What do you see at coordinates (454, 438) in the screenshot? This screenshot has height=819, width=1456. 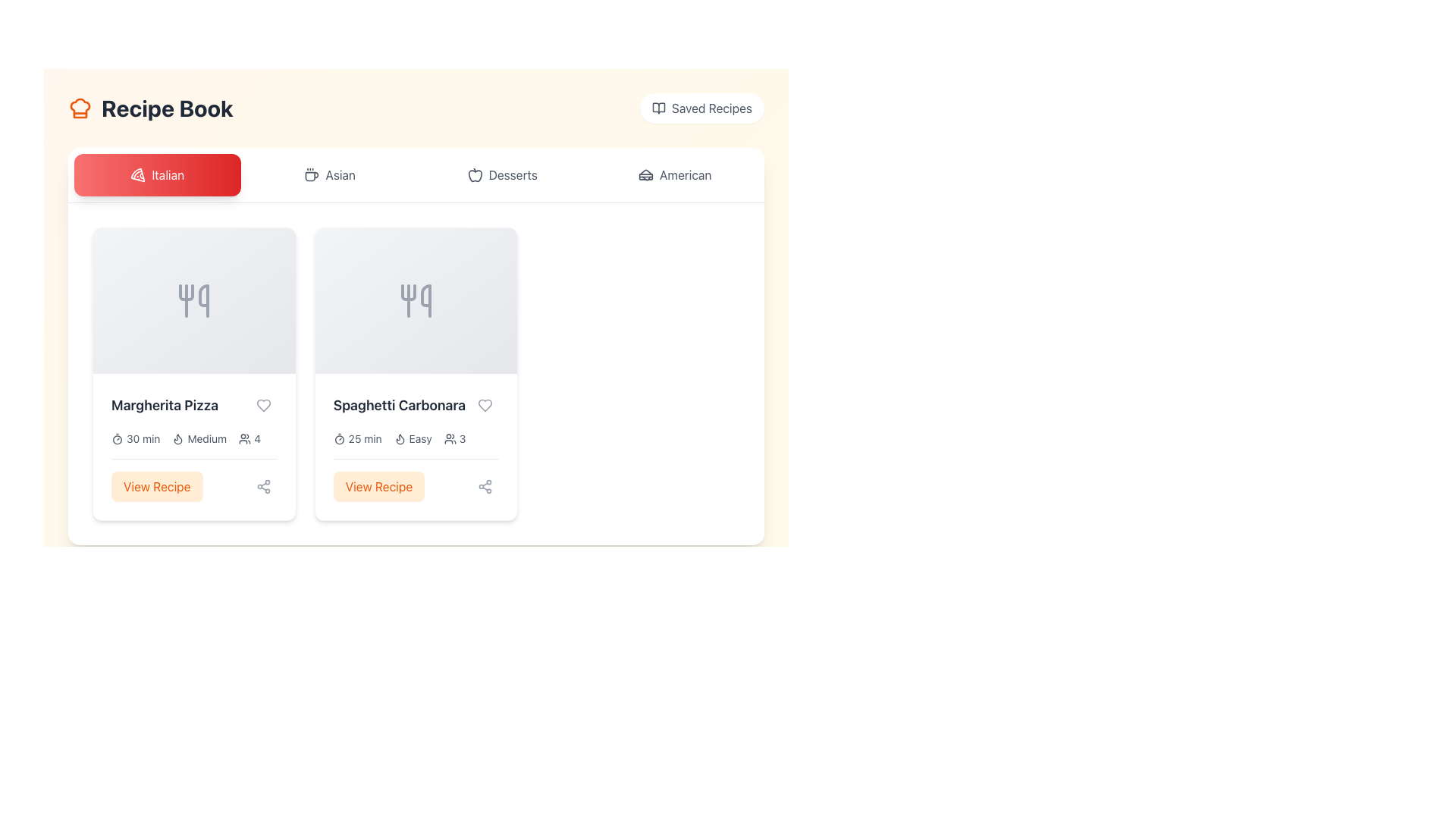 I see `the label with an icon representing multiple people followed by the text '3', located in the bottom-right section of the 'Spaghetti Carbonara' card, positioned to the right of the text 'Easy'` at bounding box center [454, 438].